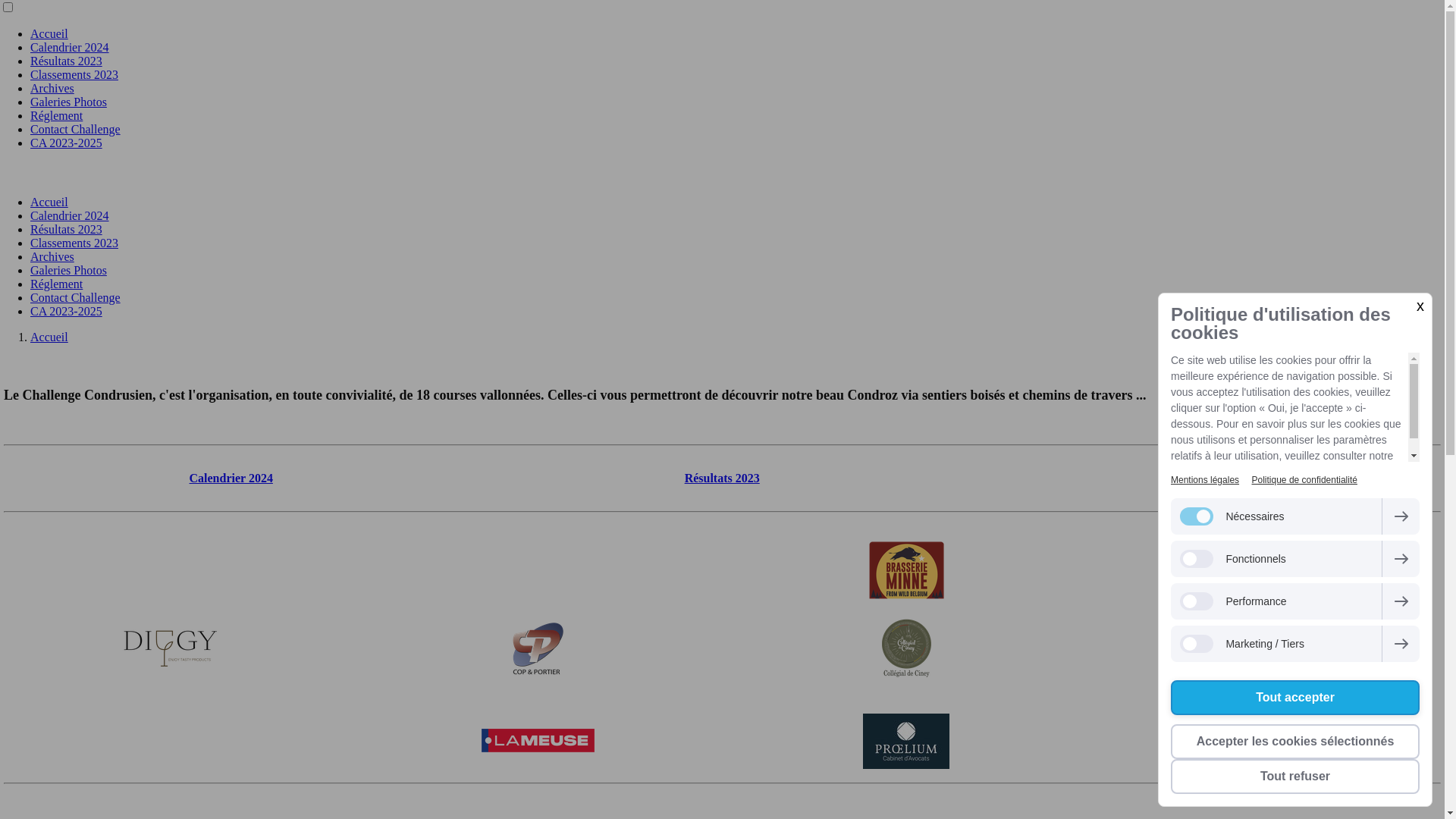 This screenshot has height=819, width=1456. What do you see at coordinates (1212, 478) in the screenshot?
I see `'Classements 2023'` at bounding box center [1212, 478].